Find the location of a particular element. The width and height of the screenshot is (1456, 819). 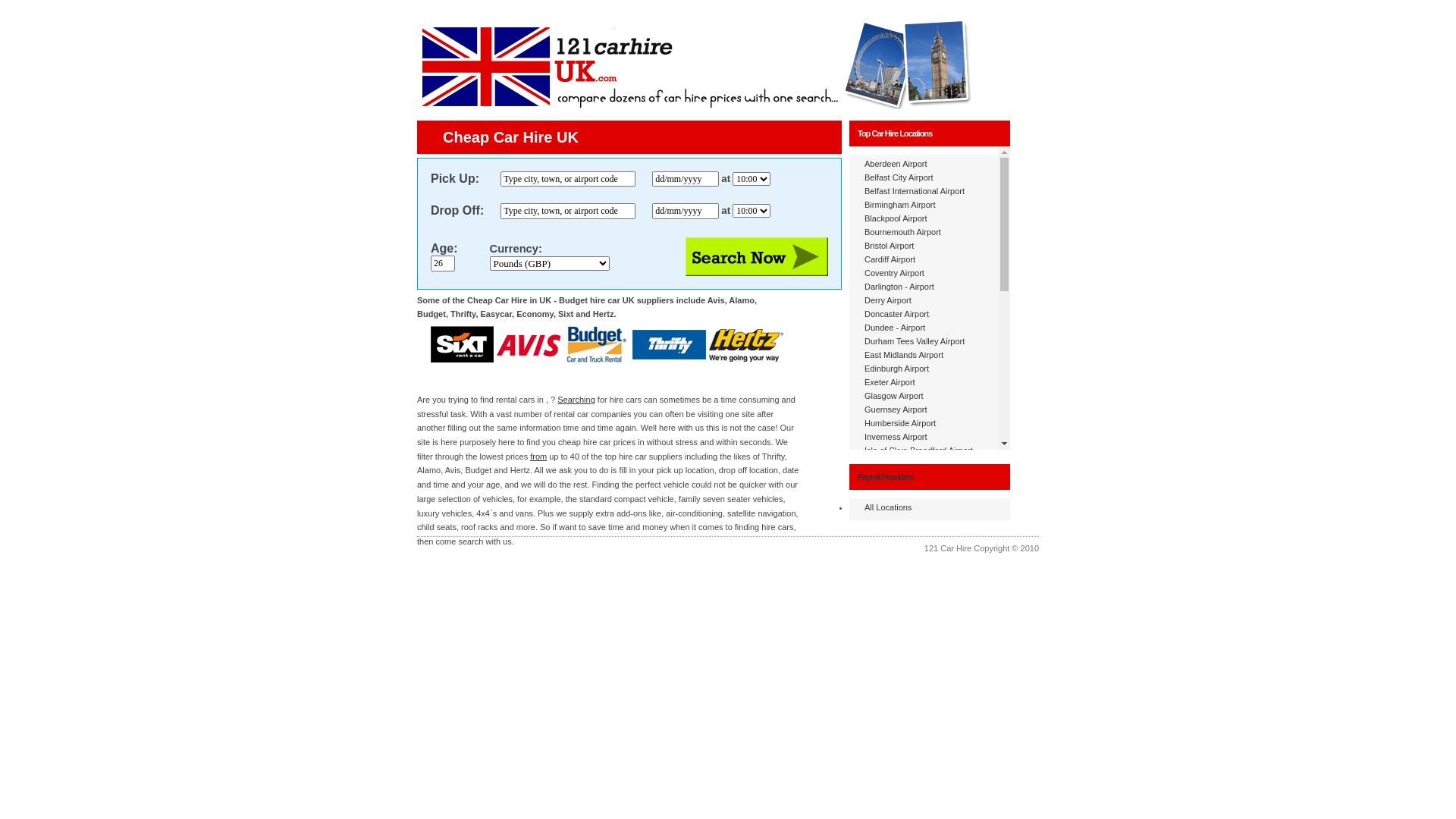

'Inverness Airport' is located at coordinates (896, 436).